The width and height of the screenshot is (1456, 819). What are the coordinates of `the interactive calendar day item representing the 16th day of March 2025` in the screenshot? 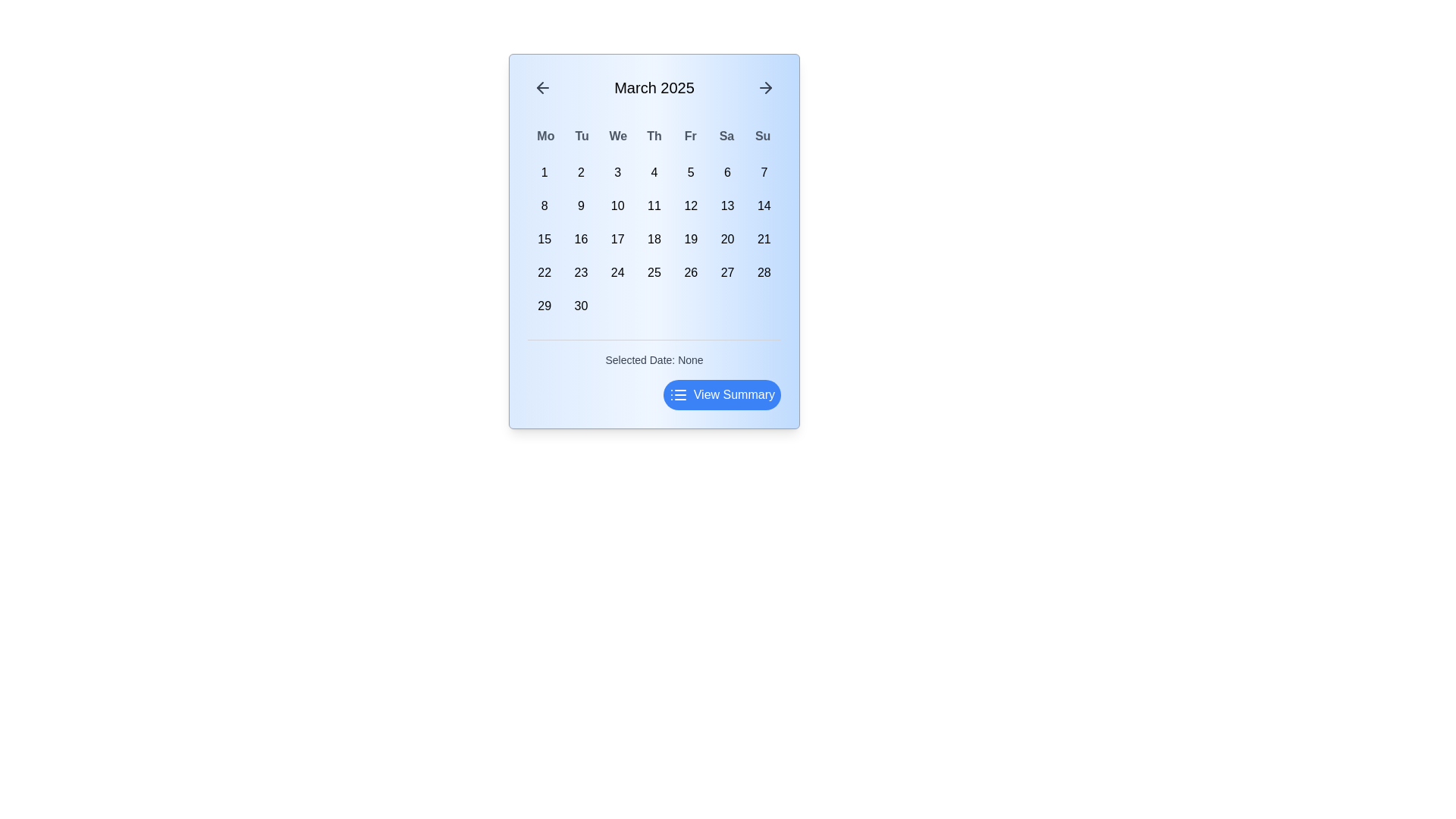 It's located at (580, 239).